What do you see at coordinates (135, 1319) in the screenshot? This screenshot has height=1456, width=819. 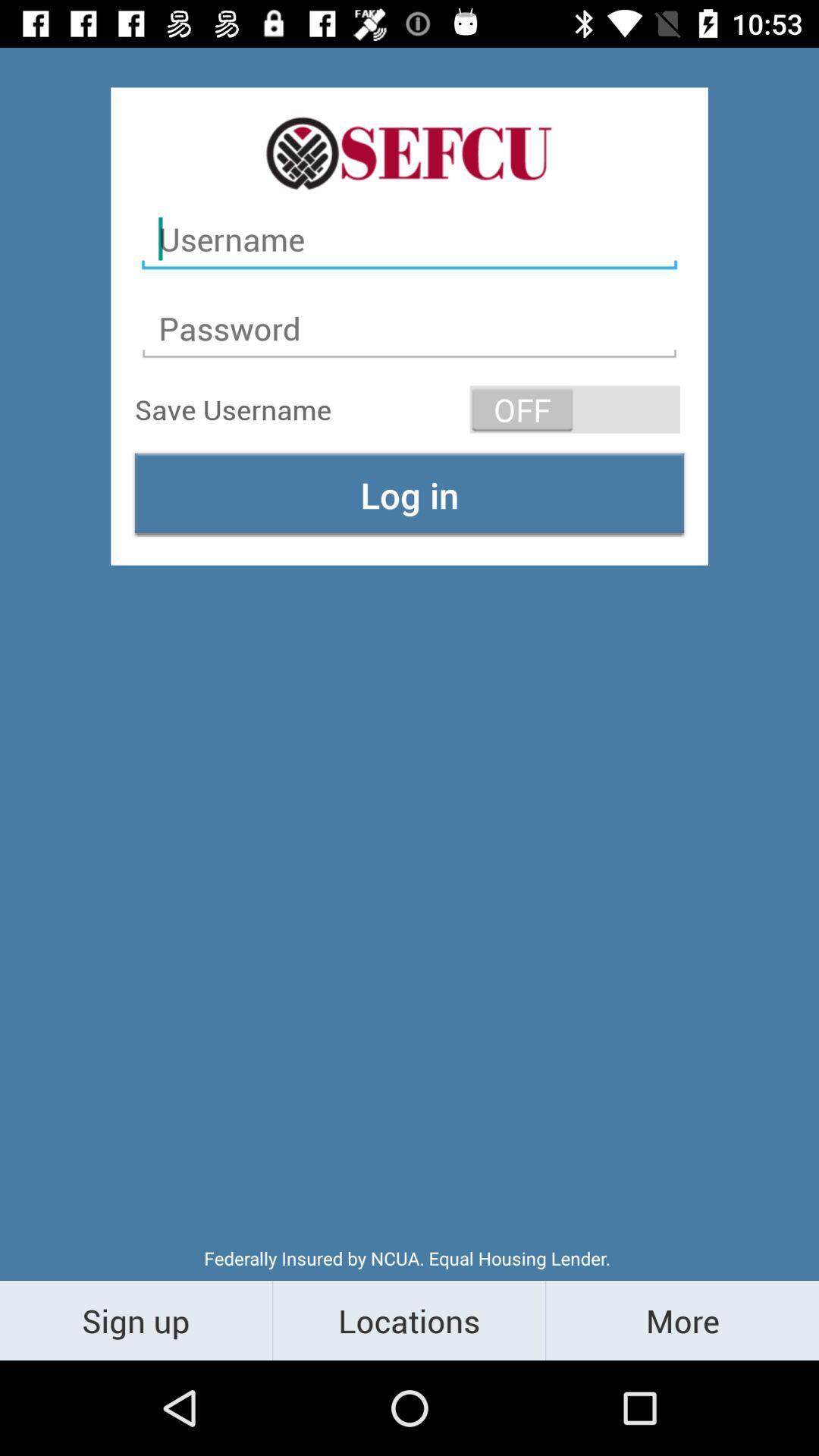 I see `sign up icon` at bounding box center [135, 1319].